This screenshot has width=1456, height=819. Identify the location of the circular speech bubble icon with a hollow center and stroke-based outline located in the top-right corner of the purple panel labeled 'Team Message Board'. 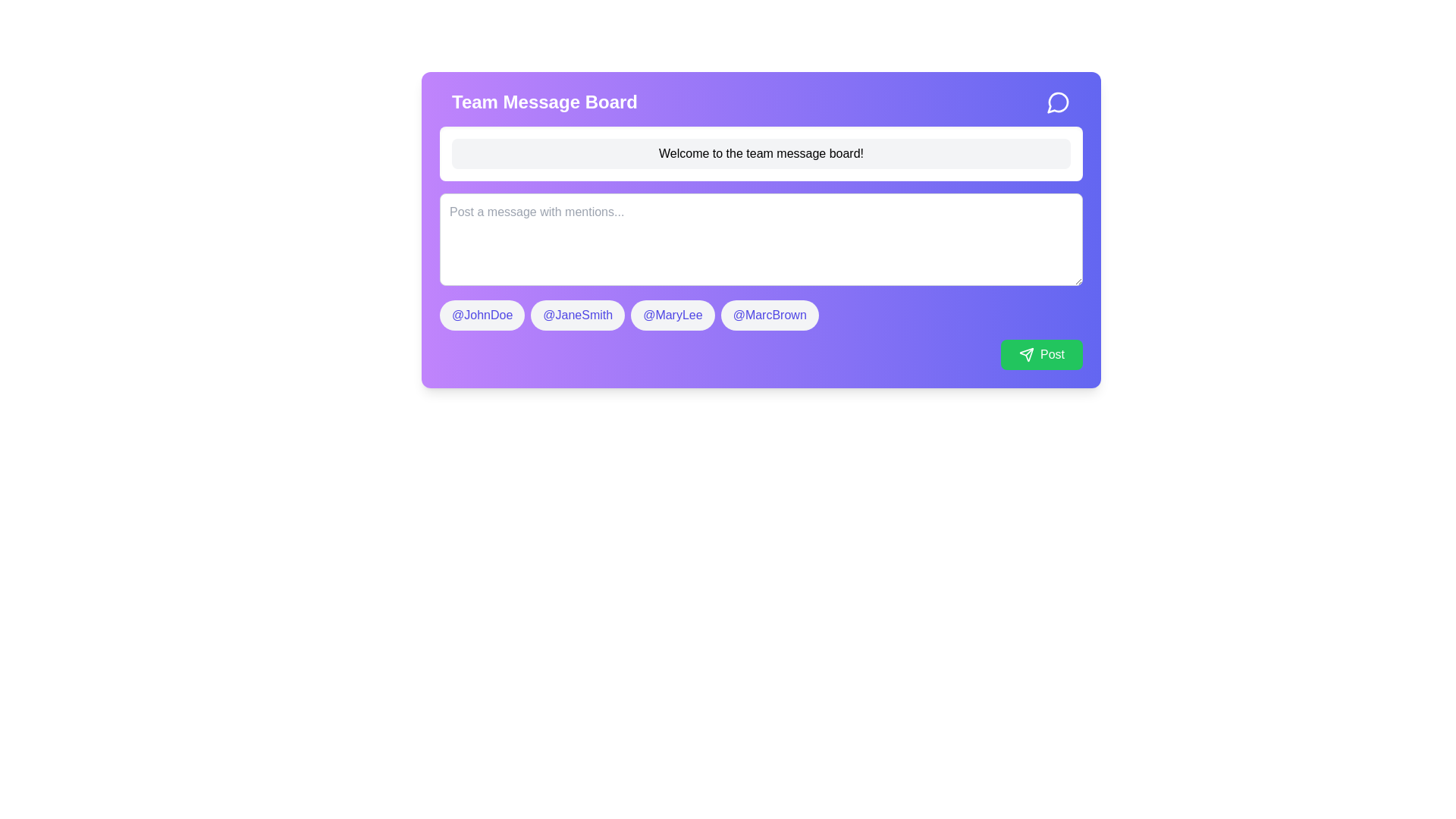
(1057, 102).